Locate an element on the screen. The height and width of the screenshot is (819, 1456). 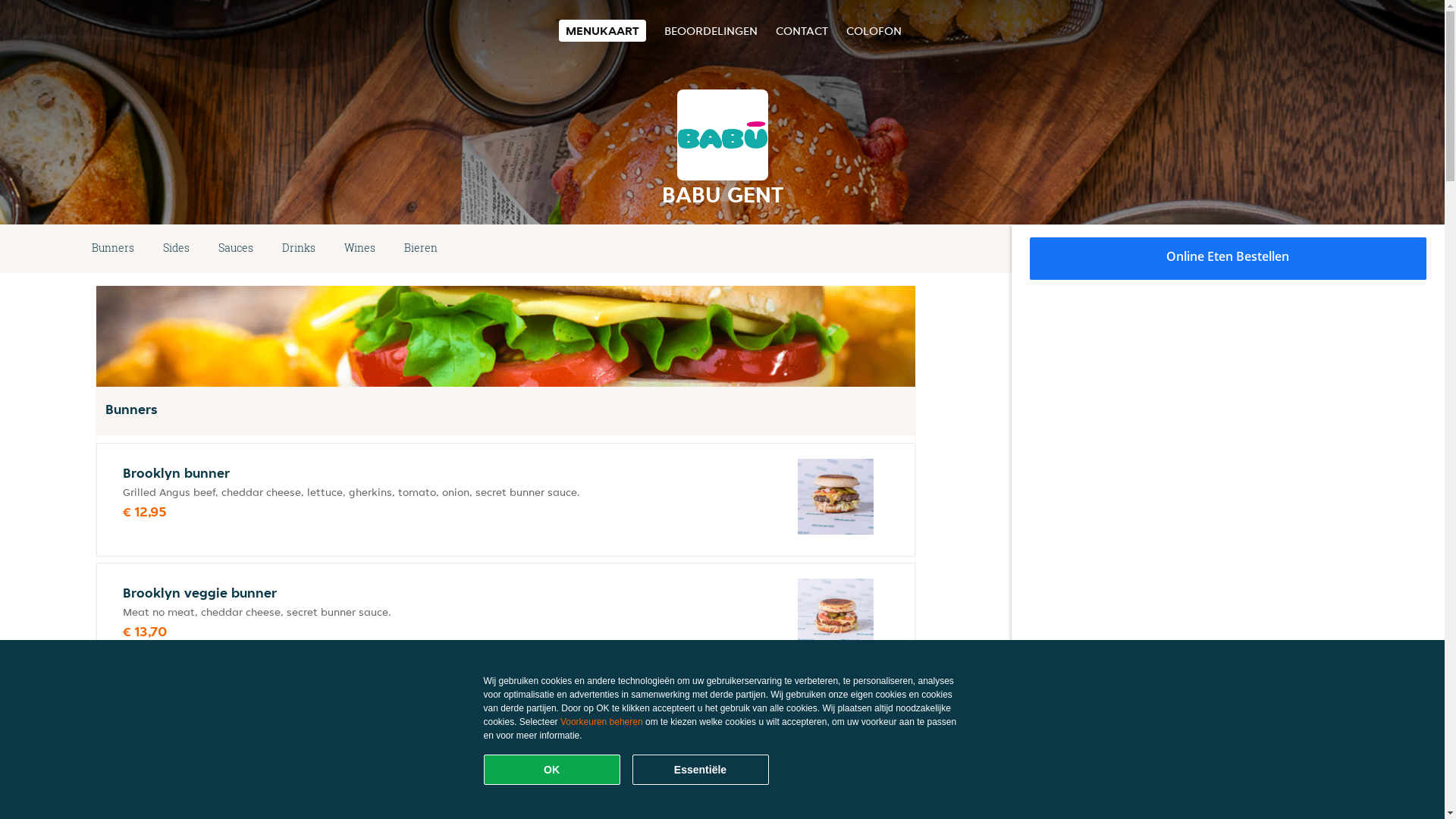
'BEOORDELINGEN' is located at coordinates (710, 30).